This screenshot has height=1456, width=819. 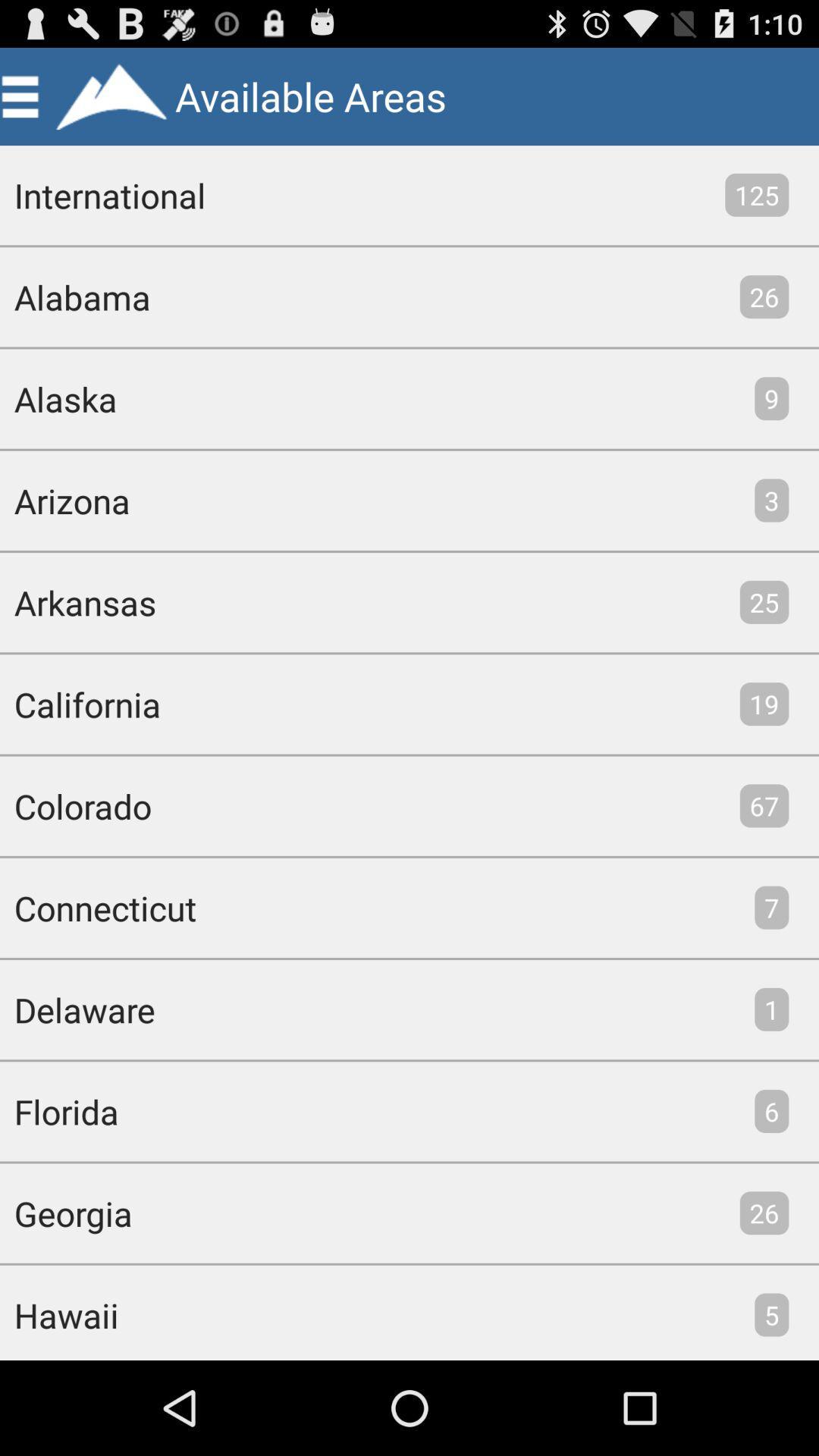 I want to click on icon below the california item, so click(x=76, y=805).